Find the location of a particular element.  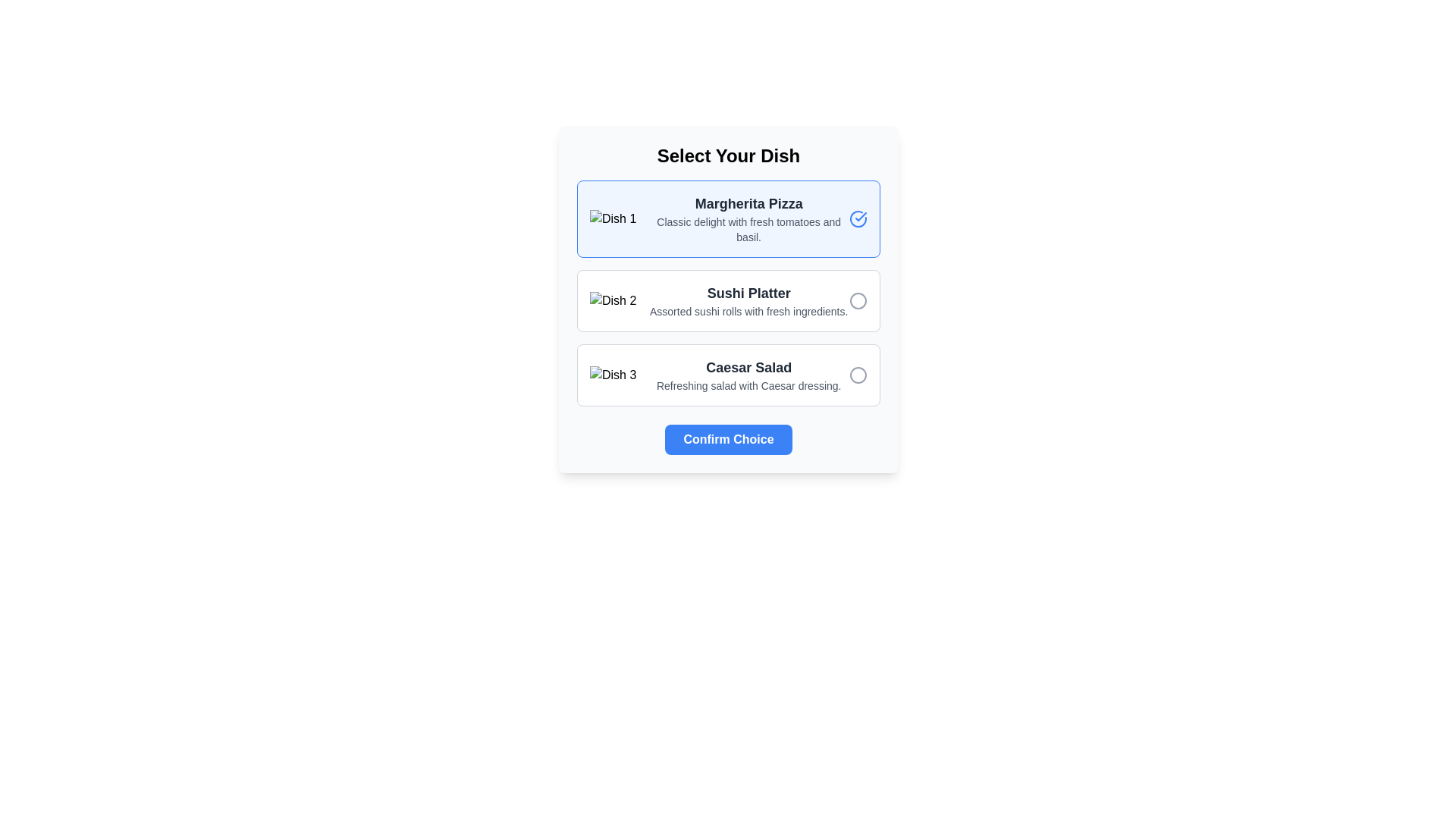

the 'Caesar Salad' dish image and label element, which is the third dish card in the list, located in the leftmost position above the descriptive text is located at coordinates (613, 375).